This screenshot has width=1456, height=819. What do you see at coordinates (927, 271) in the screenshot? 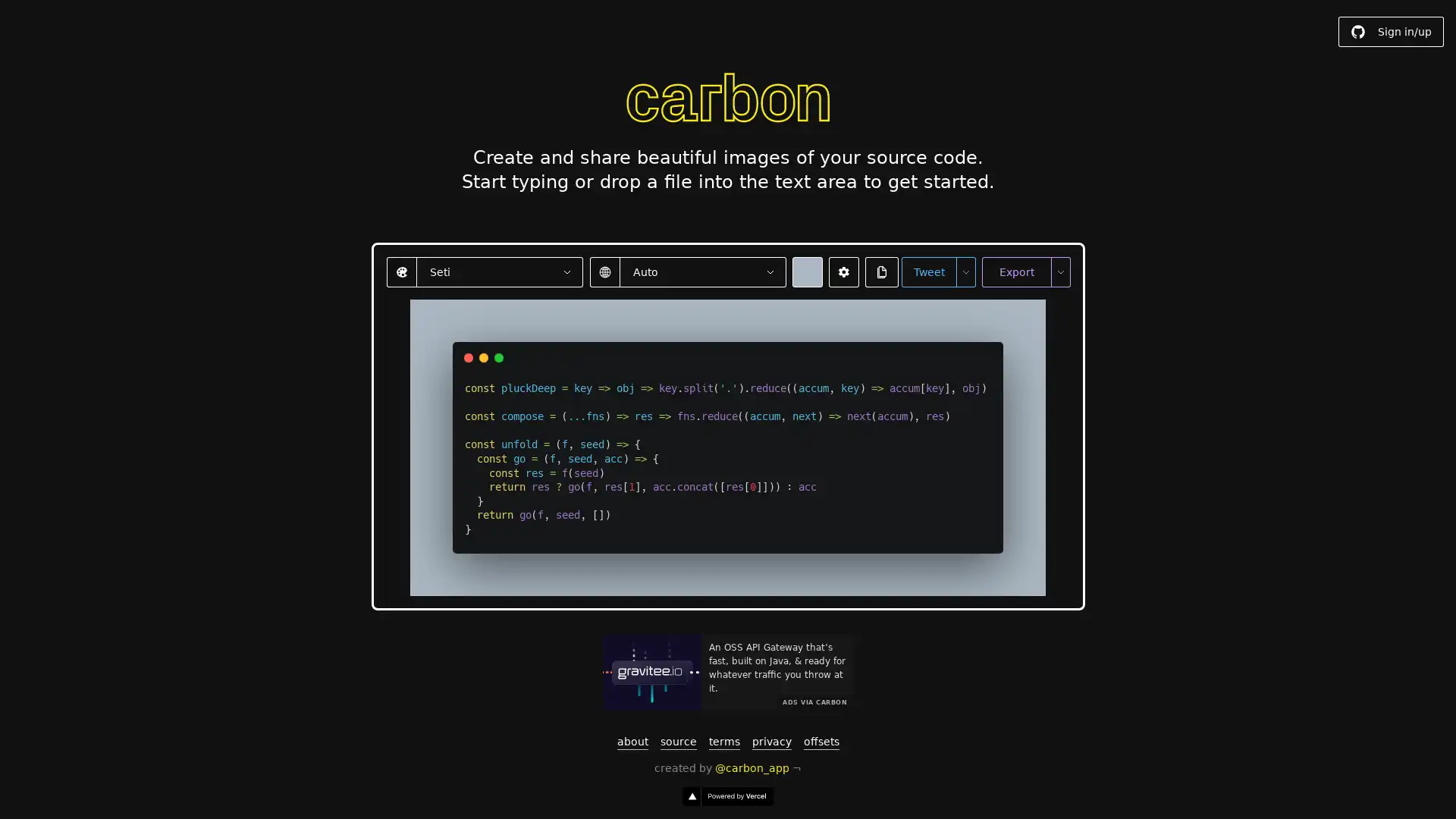
I see `Tweet` at bounding box center [927, 271].